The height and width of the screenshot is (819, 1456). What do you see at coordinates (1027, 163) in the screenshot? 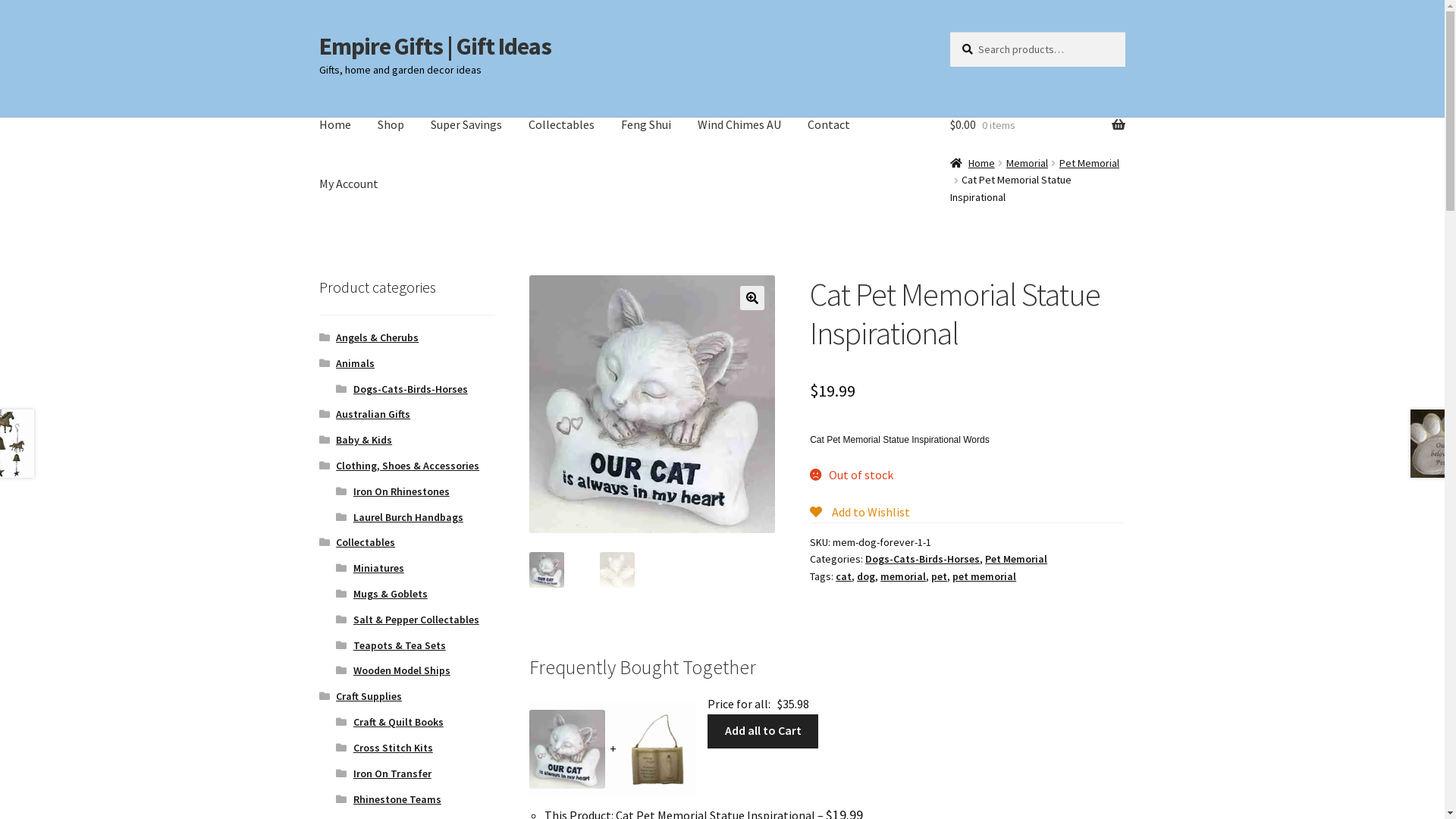
I see `'Memorial'` at bounding box center [1027, 163].